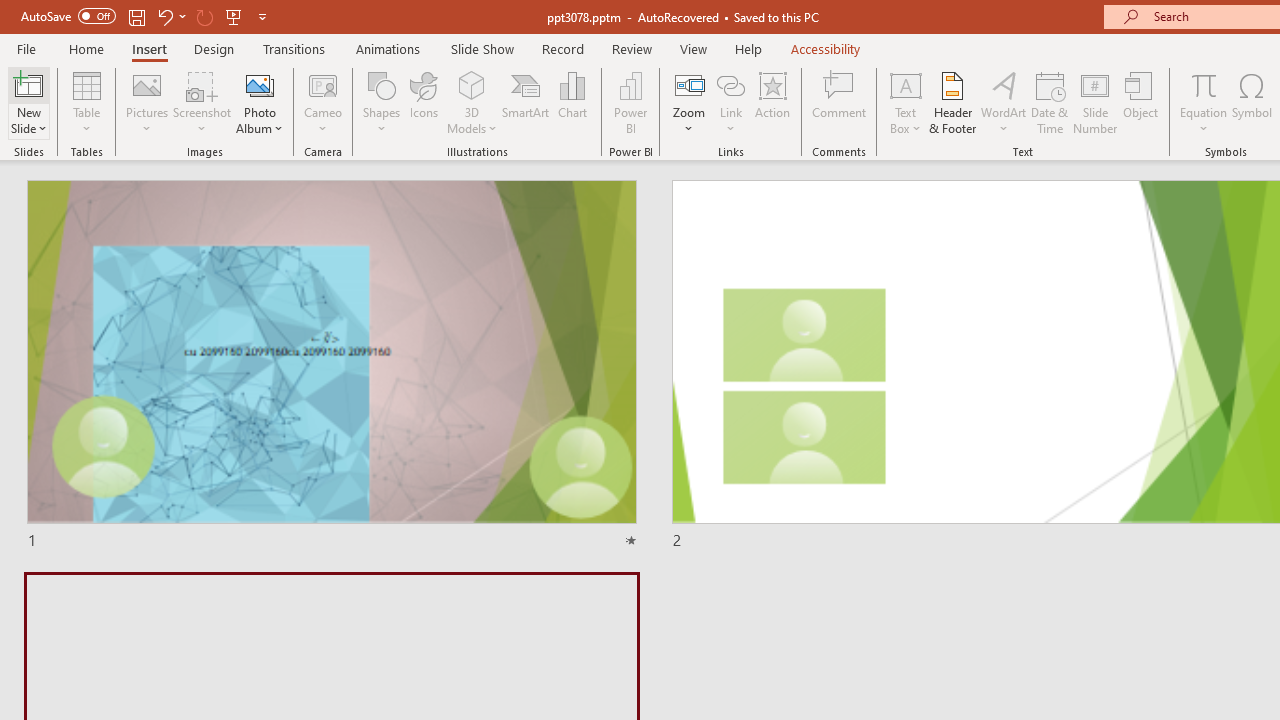 This screenshot has width=1280, height=720. I want to click on 'Link', so click(730, 84).